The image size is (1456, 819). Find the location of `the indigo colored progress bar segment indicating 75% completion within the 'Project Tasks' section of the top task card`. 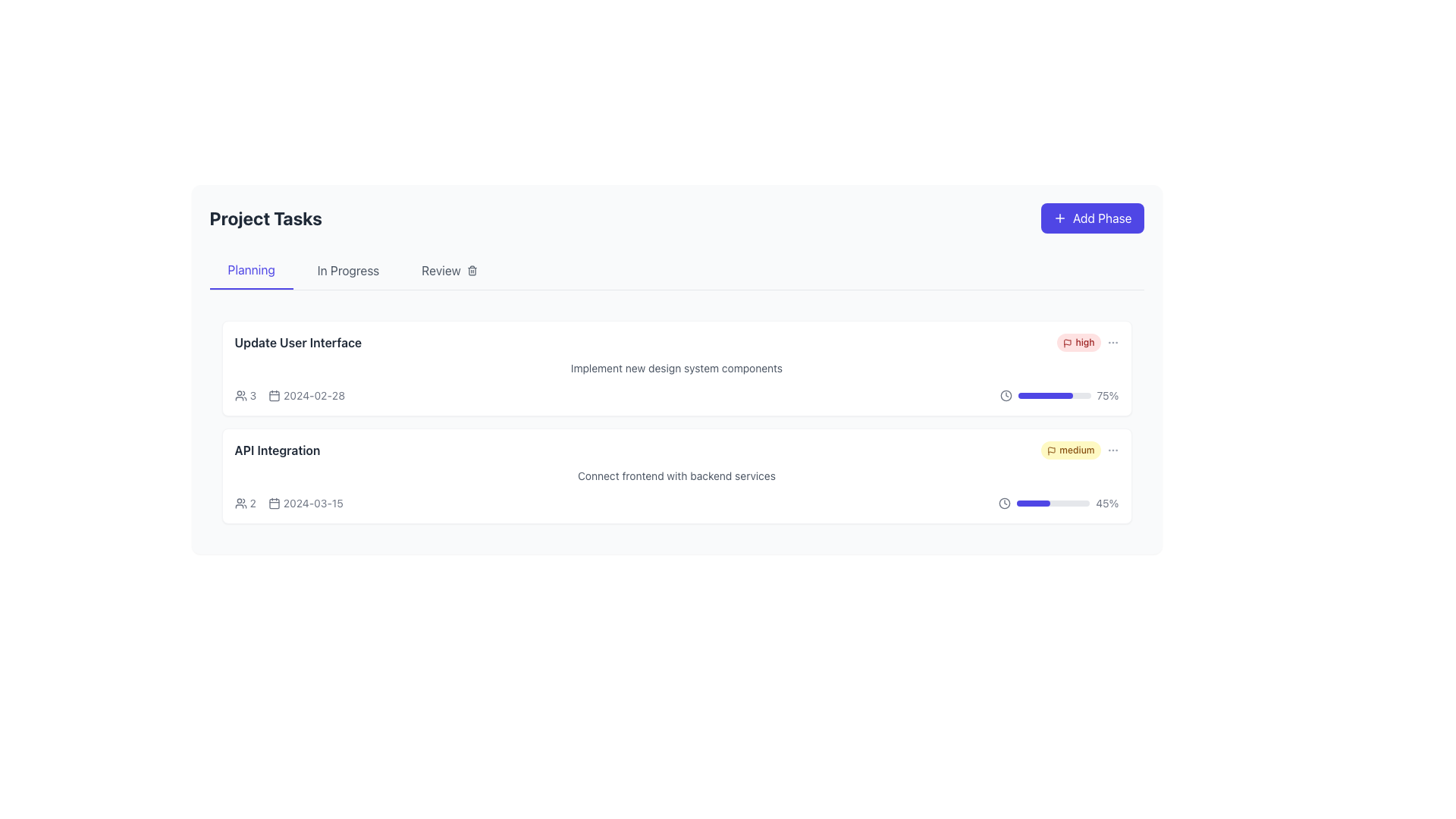

the indigo colored progress bar segment indicating 75% completion within the 'Project Tasks' section of the top task card is located at coordinates (1044, 394).